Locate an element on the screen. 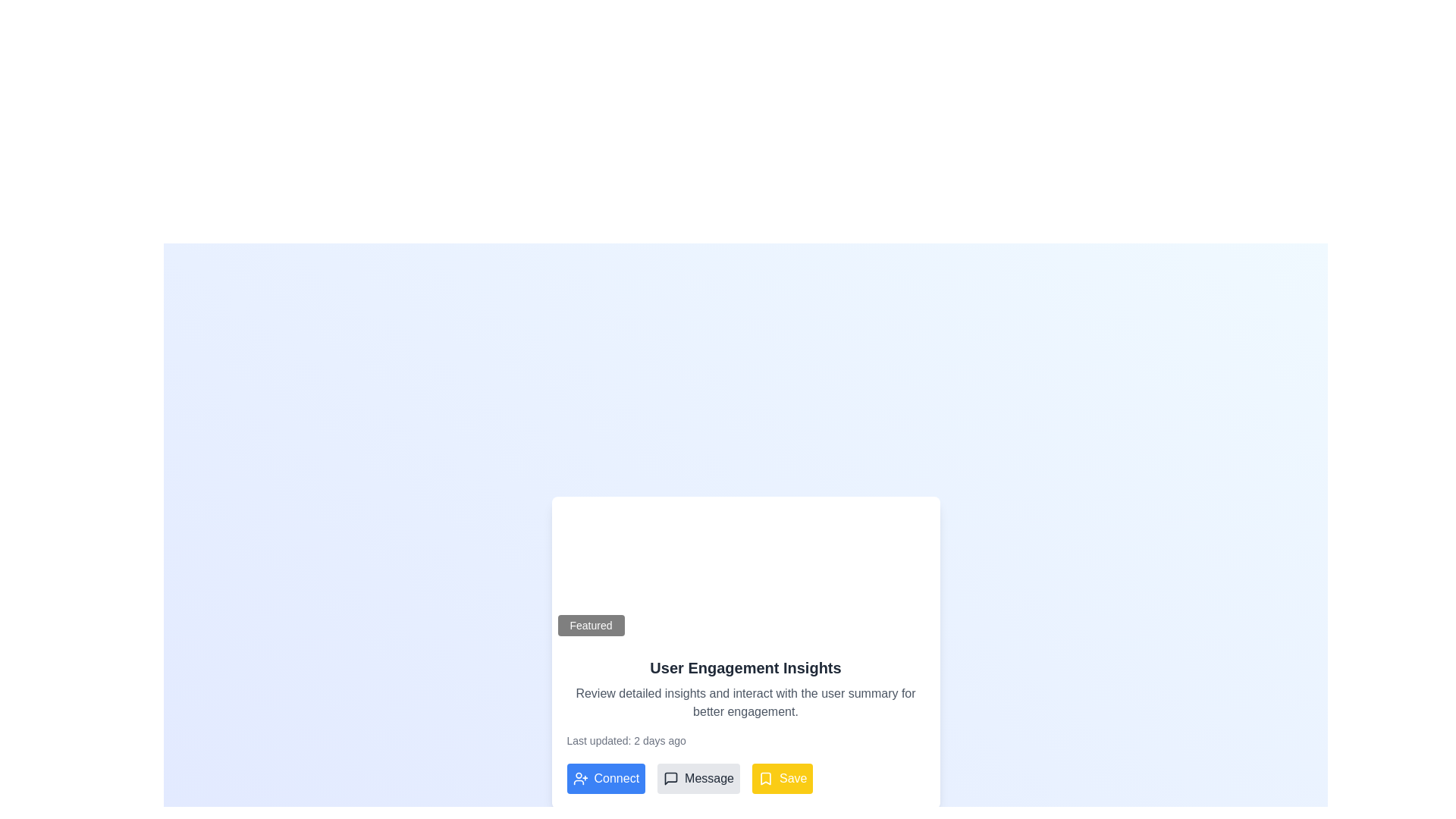 This screenshot has width=1456, height=819. the text label that contains the message 'Review detailed insights and interact with the user summary for better engagement.' located below the title 'User Engagement Insights' is located at coordinates (745, 702).